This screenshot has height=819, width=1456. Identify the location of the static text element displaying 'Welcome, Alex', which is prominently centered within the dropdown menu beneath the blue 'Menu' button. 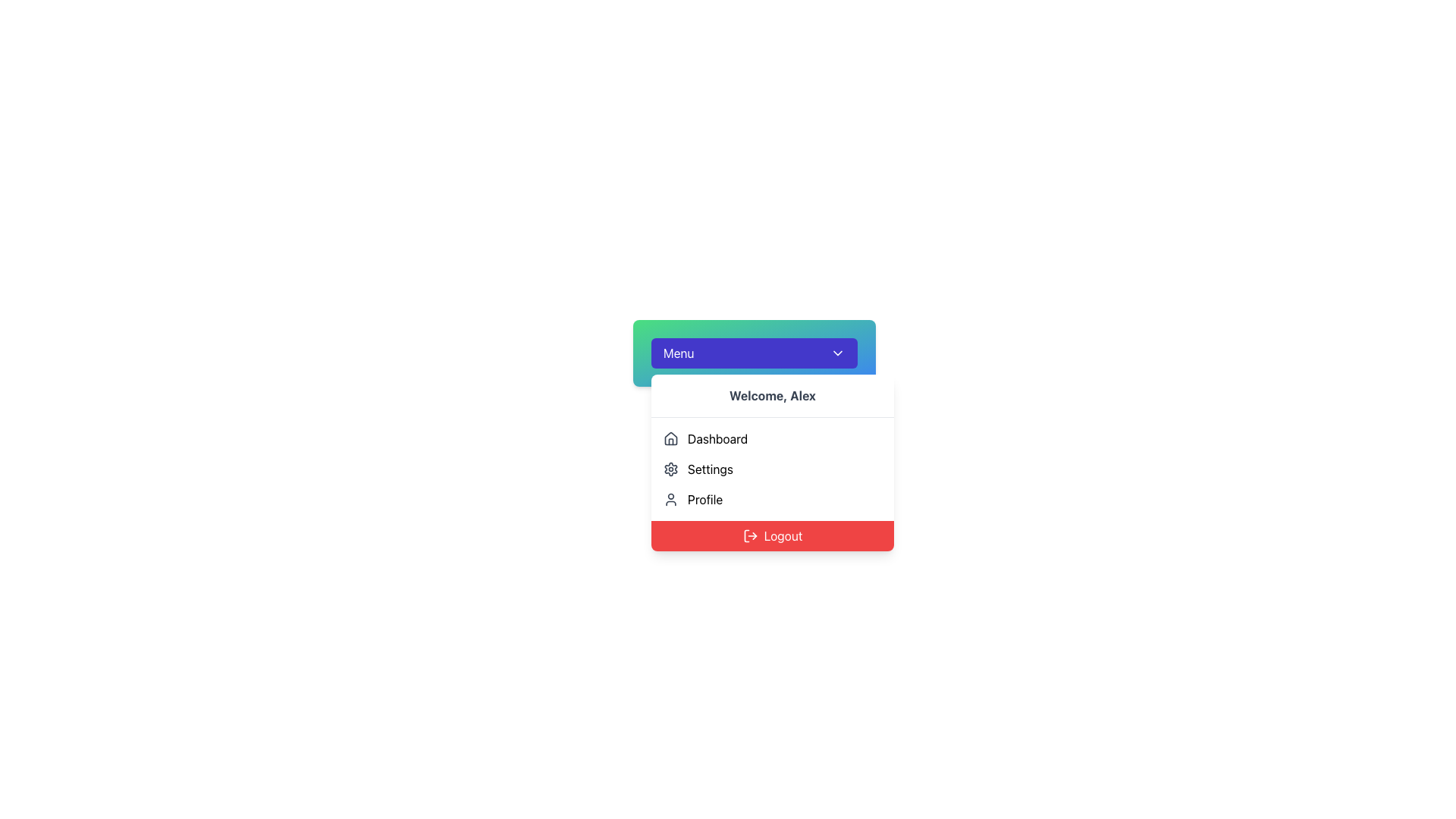
(772, 394).